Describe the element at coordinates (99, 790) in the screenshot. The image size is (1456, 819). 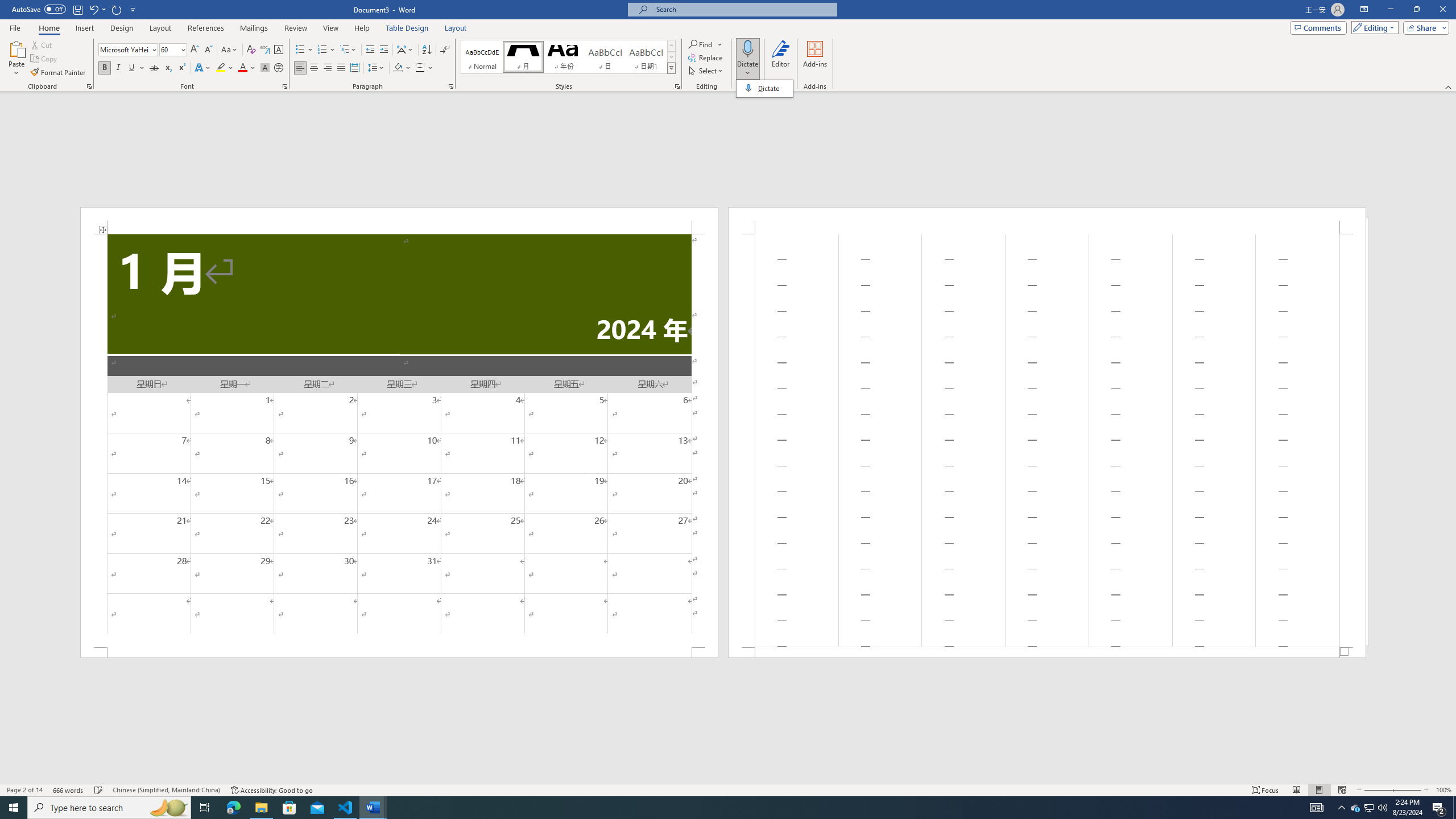
I see `'Spelling and Grammar Check Checking'` at that location.